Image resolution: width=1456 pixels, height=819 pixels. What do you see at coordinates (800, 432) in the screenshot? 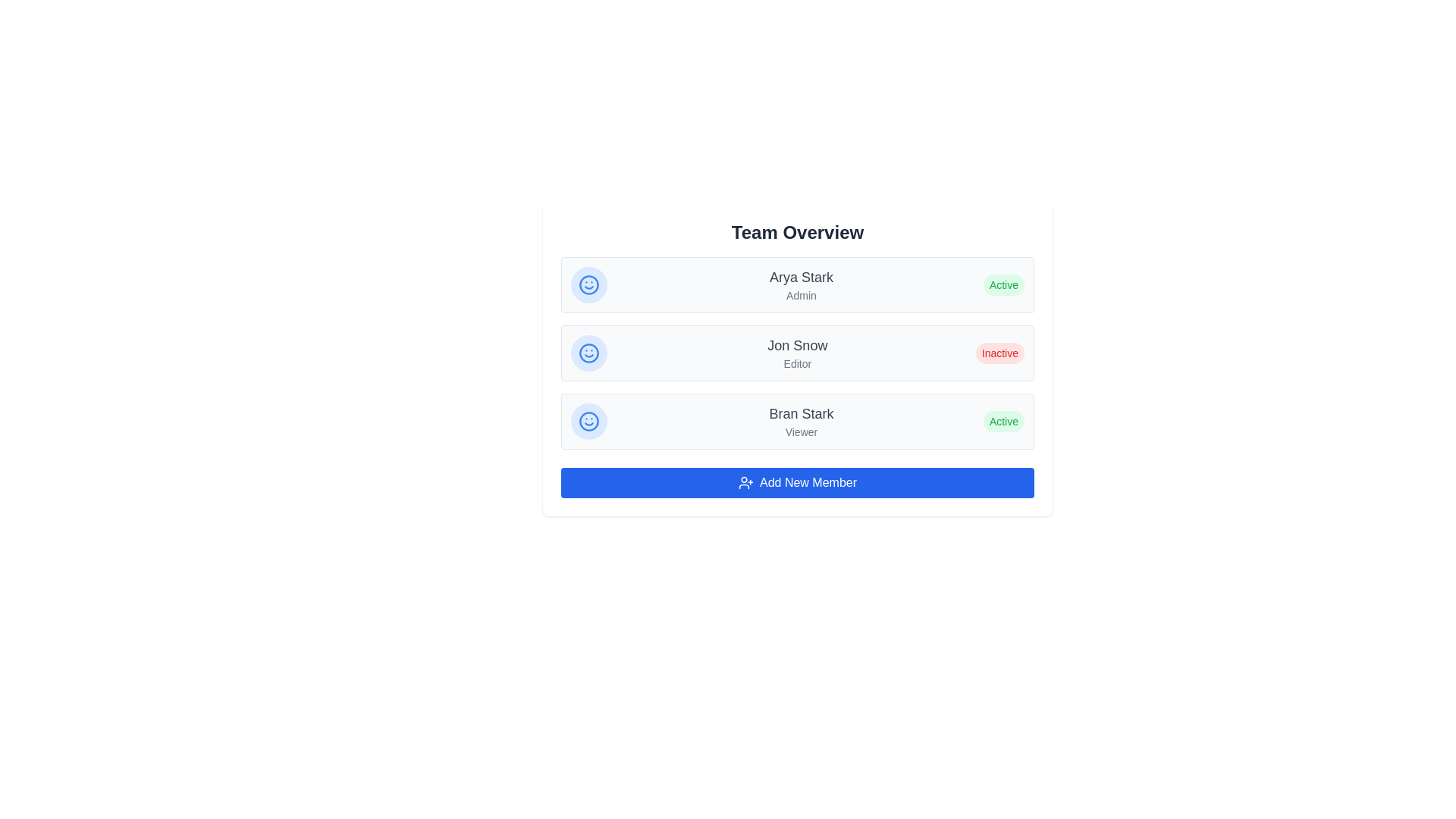
I see `the small gray text label displaying 'Viewer' located beneath the title 'Bran Stark' in the third row of the list` at bounding box center [800, 432].